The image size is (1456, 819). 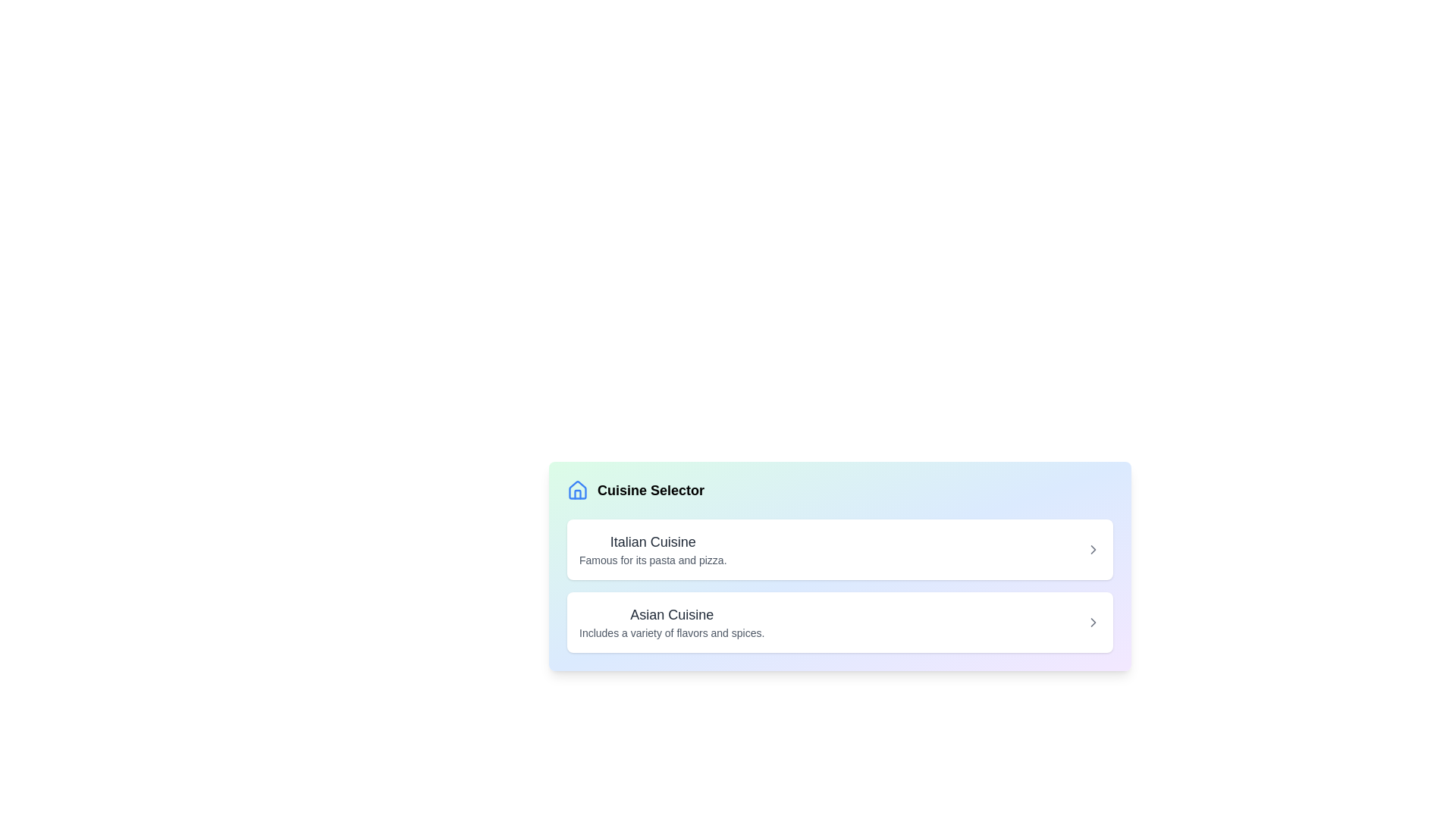 I want to click on the right-facing chevron icon associated with the 'Asian Cuisine' list item, so click(x=1093, y=623).